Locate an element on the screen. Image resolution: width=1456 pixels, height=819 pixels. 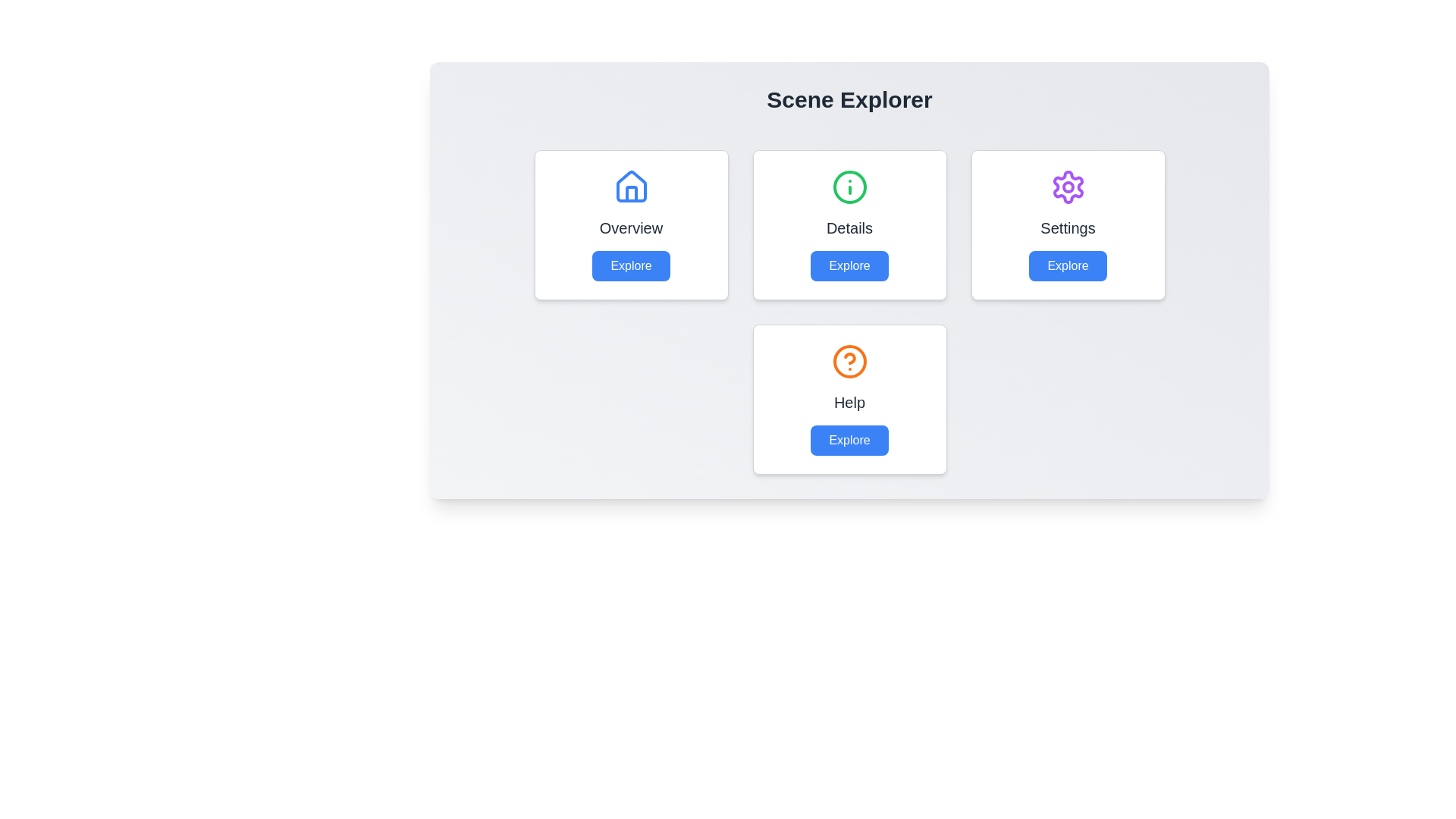
the Text label that describes the contents or purpose of the card providing information about 'Details', located in the center of the second card in the first row of the grid layout is located at coordinates (849, 227).